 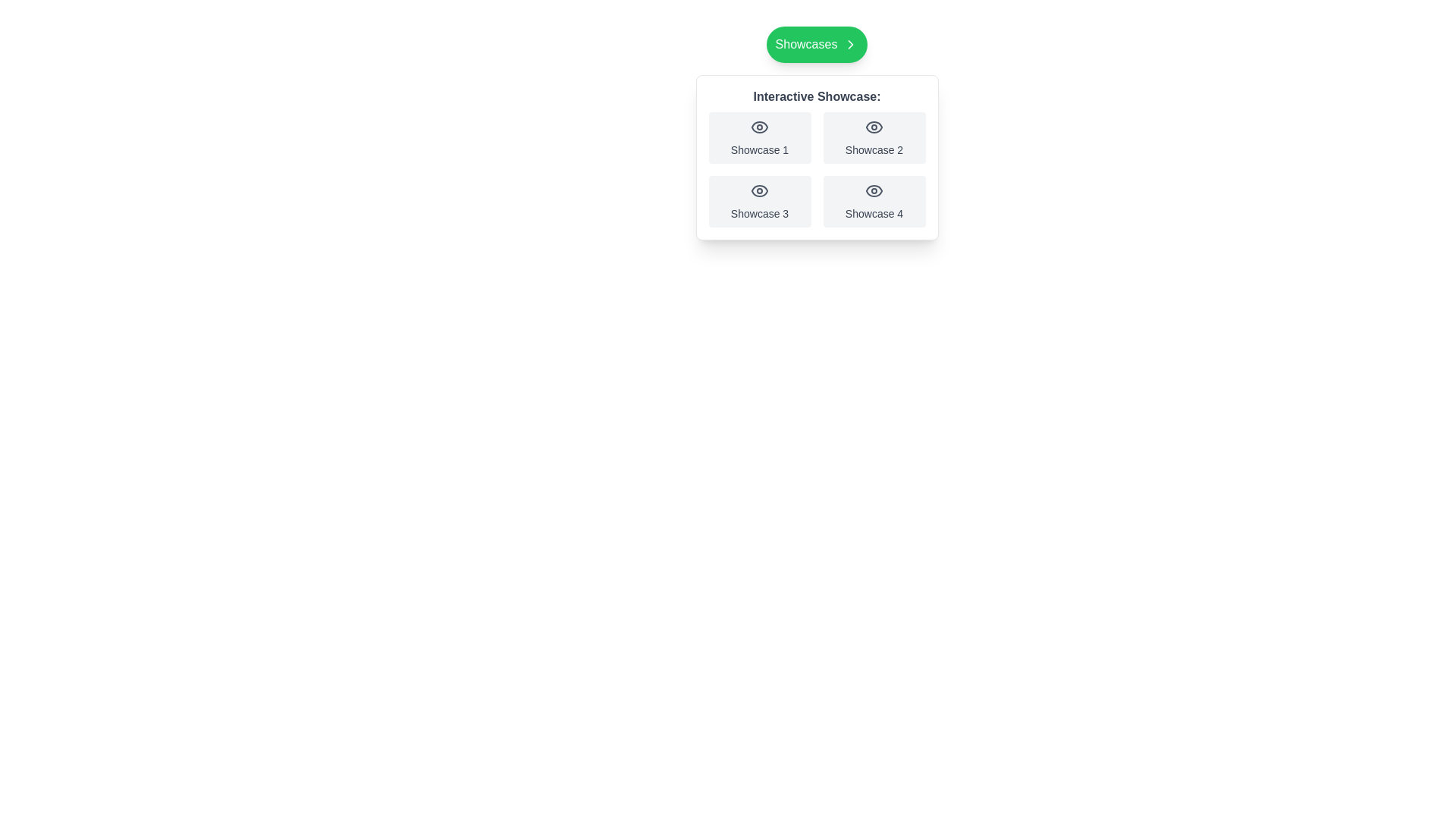 I want to click on the viewing icon associated with 'Showcase 3' located in the bottom-left quadrant of the four-icon grid under 'Interactive Showcase', so click(x=760, y=190).